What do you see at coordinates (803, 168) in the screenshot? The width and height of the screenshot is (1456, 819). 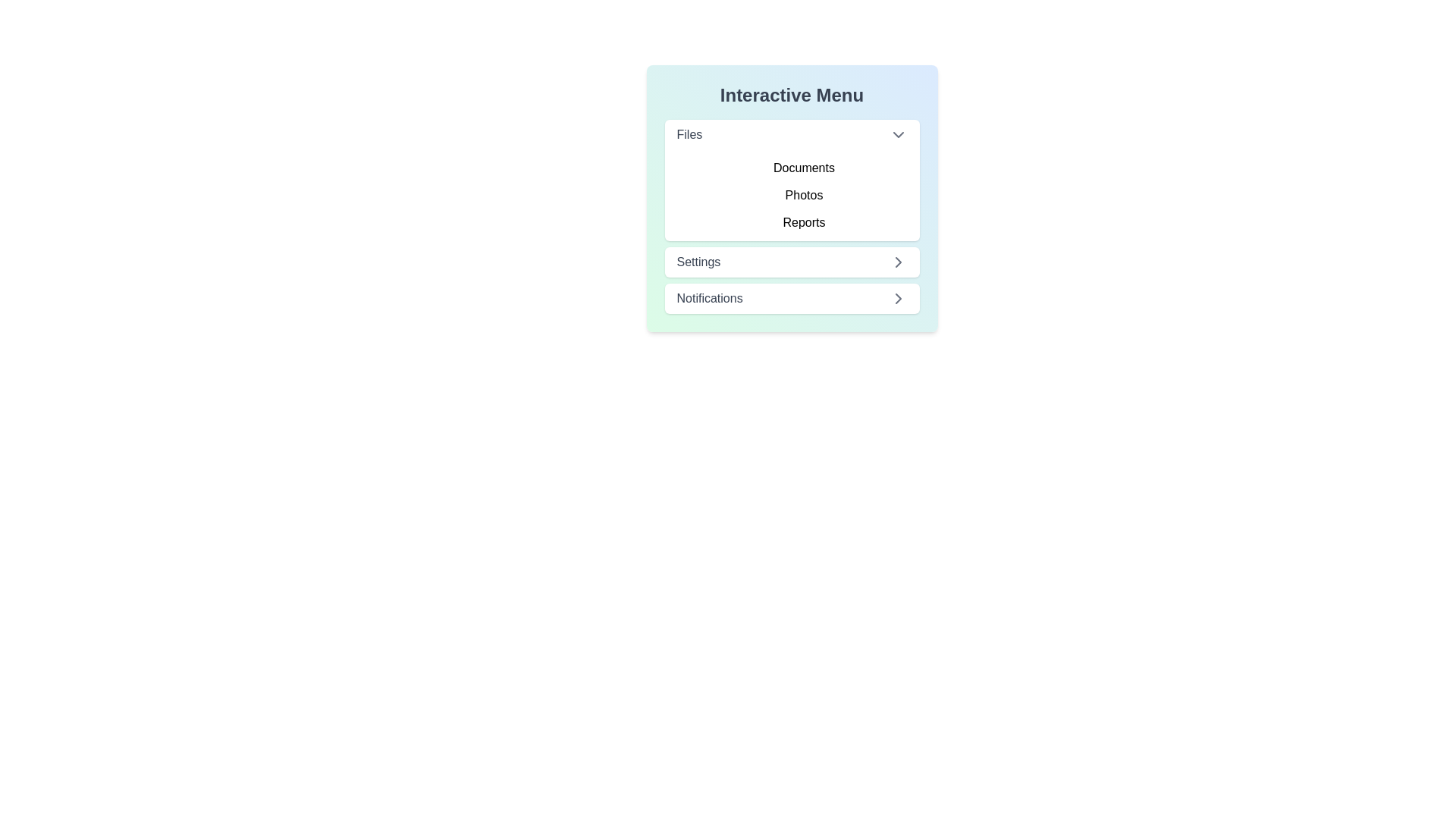 I see `the 'Documents' label, which is the first item in the dropdown menu under the 'Files' section` at bounding box center [803, 168].